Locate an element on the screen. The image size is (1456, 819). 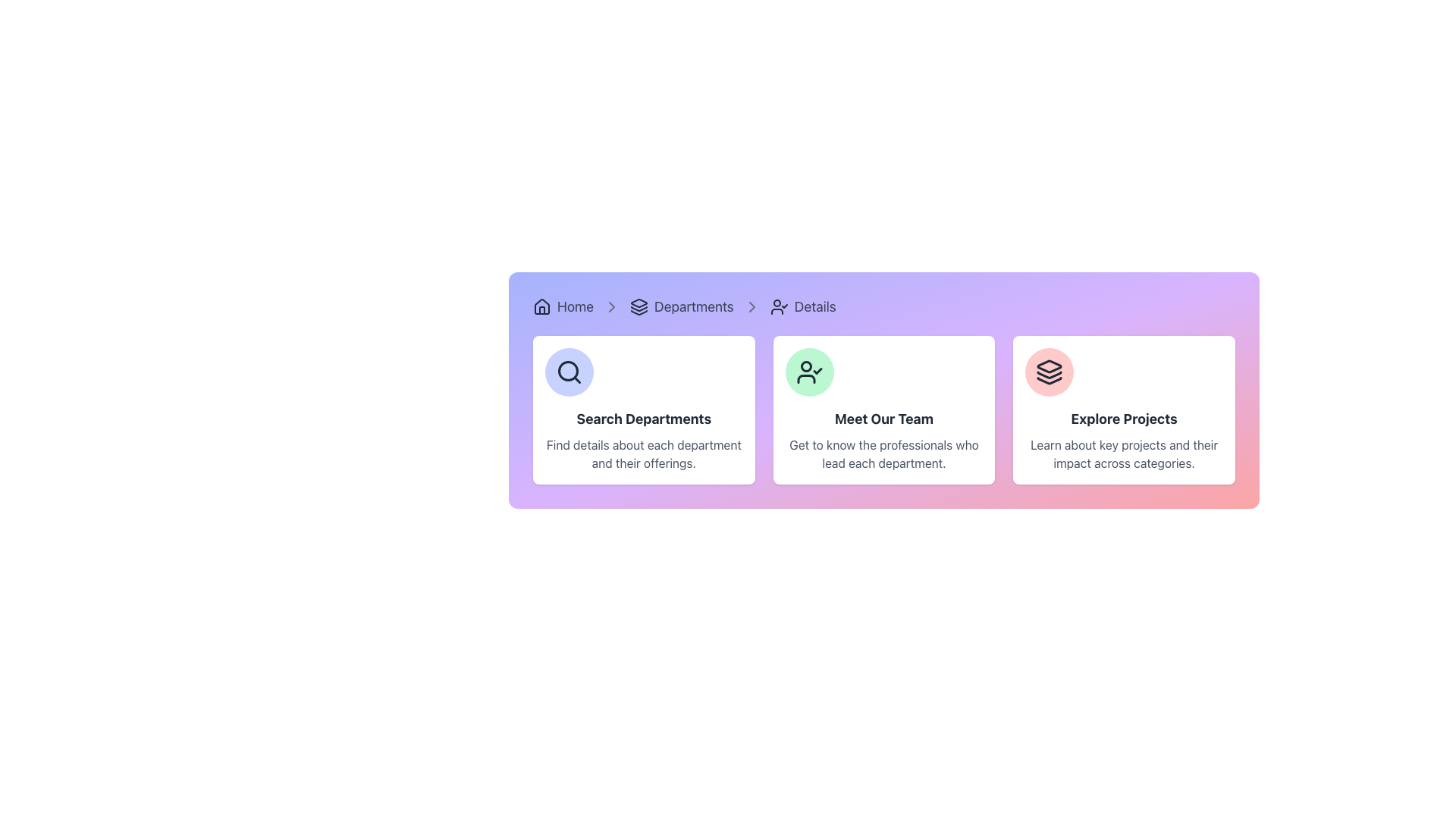
the 'Details' text link with an icon in the breadcrumb navigation is located at coordinates (802, 307).